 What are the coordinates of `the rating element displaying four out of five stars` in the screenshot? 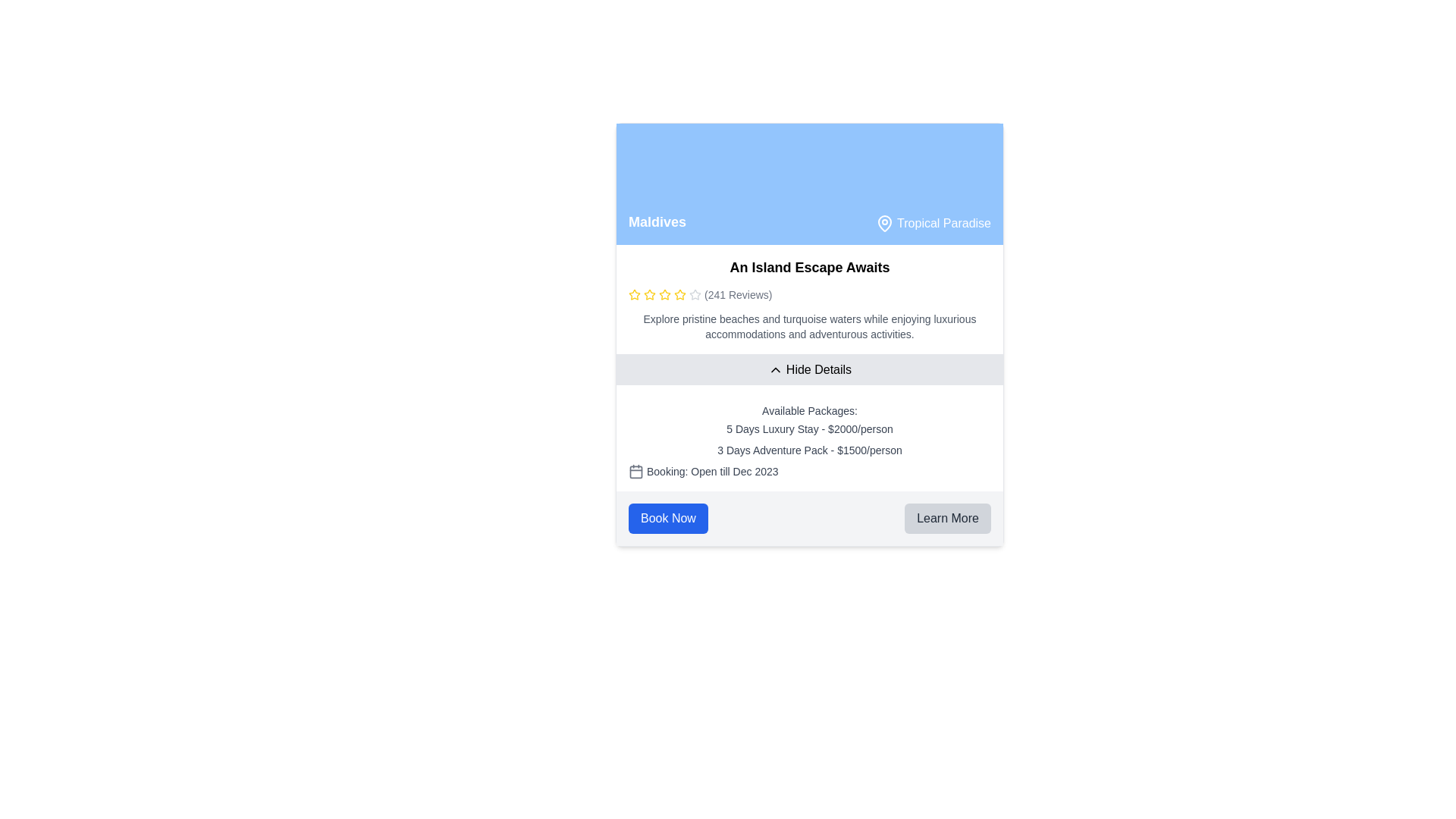 It's located at (809, 295).